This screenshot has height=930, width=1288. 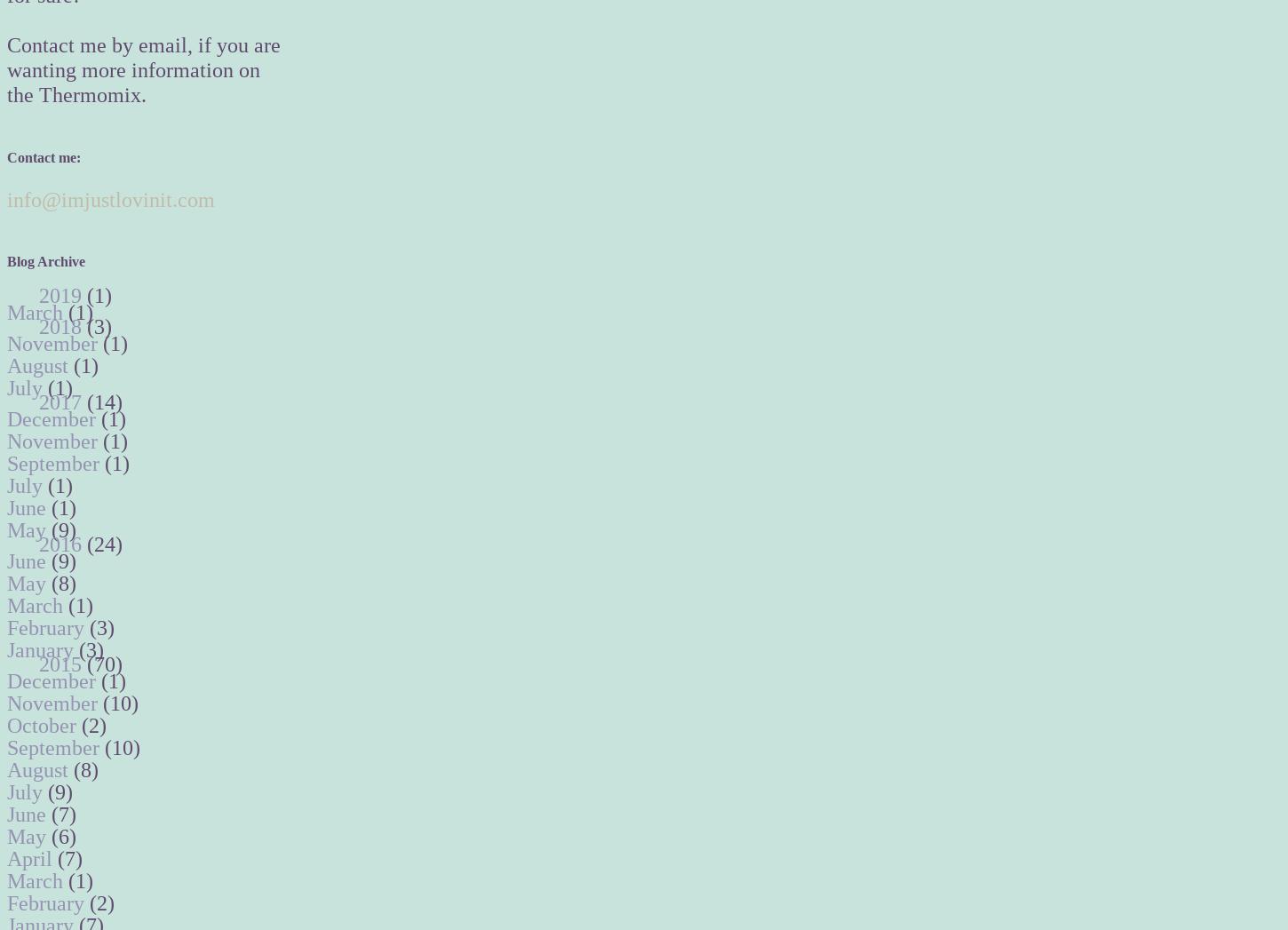 I want to click on 'info@imjustlovinit.com', so click(x=109, y=198).